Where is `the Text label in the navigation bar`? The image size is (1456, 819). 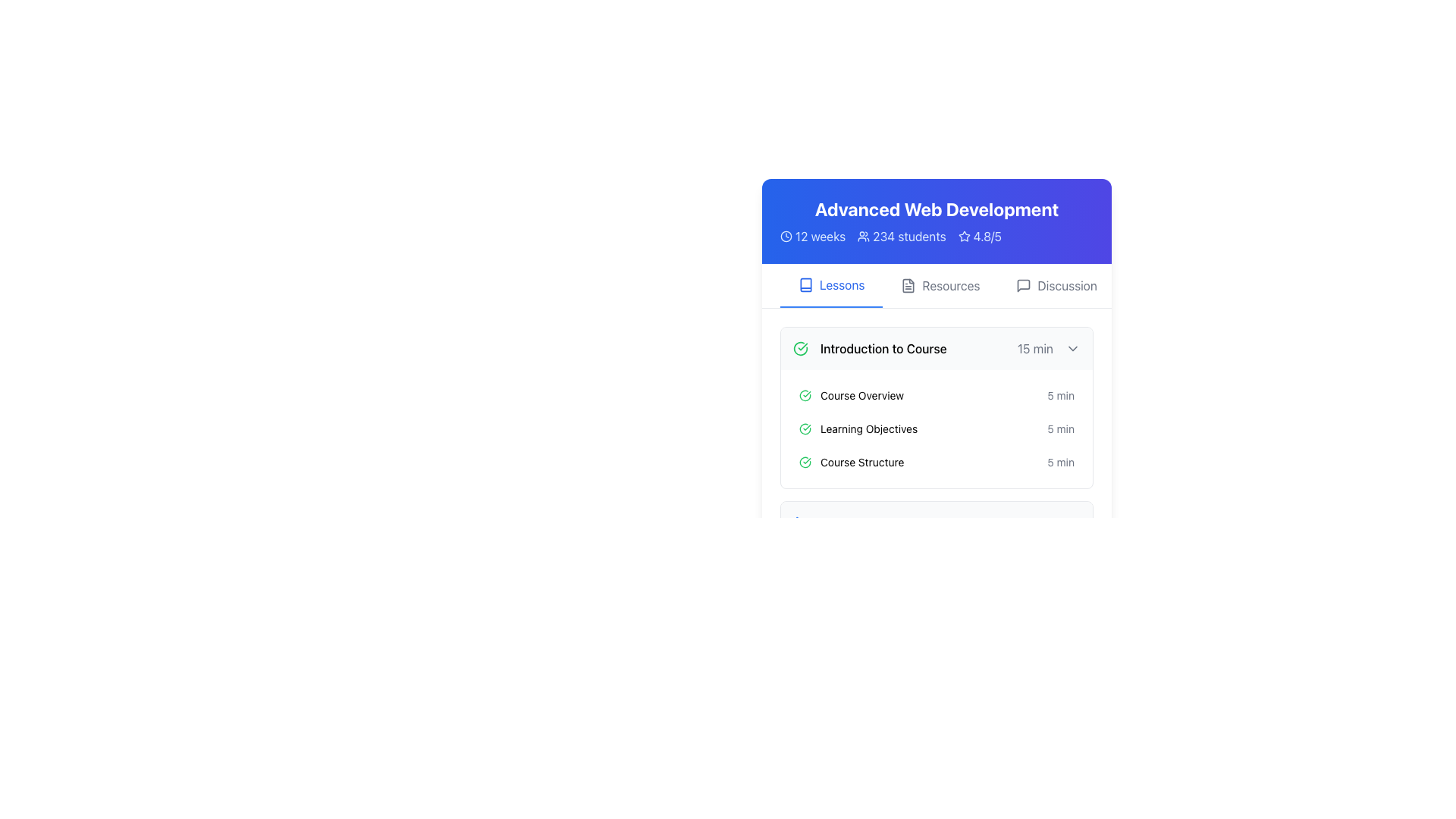
the Text label in the navigation bar is located at coordinates (950, 286).